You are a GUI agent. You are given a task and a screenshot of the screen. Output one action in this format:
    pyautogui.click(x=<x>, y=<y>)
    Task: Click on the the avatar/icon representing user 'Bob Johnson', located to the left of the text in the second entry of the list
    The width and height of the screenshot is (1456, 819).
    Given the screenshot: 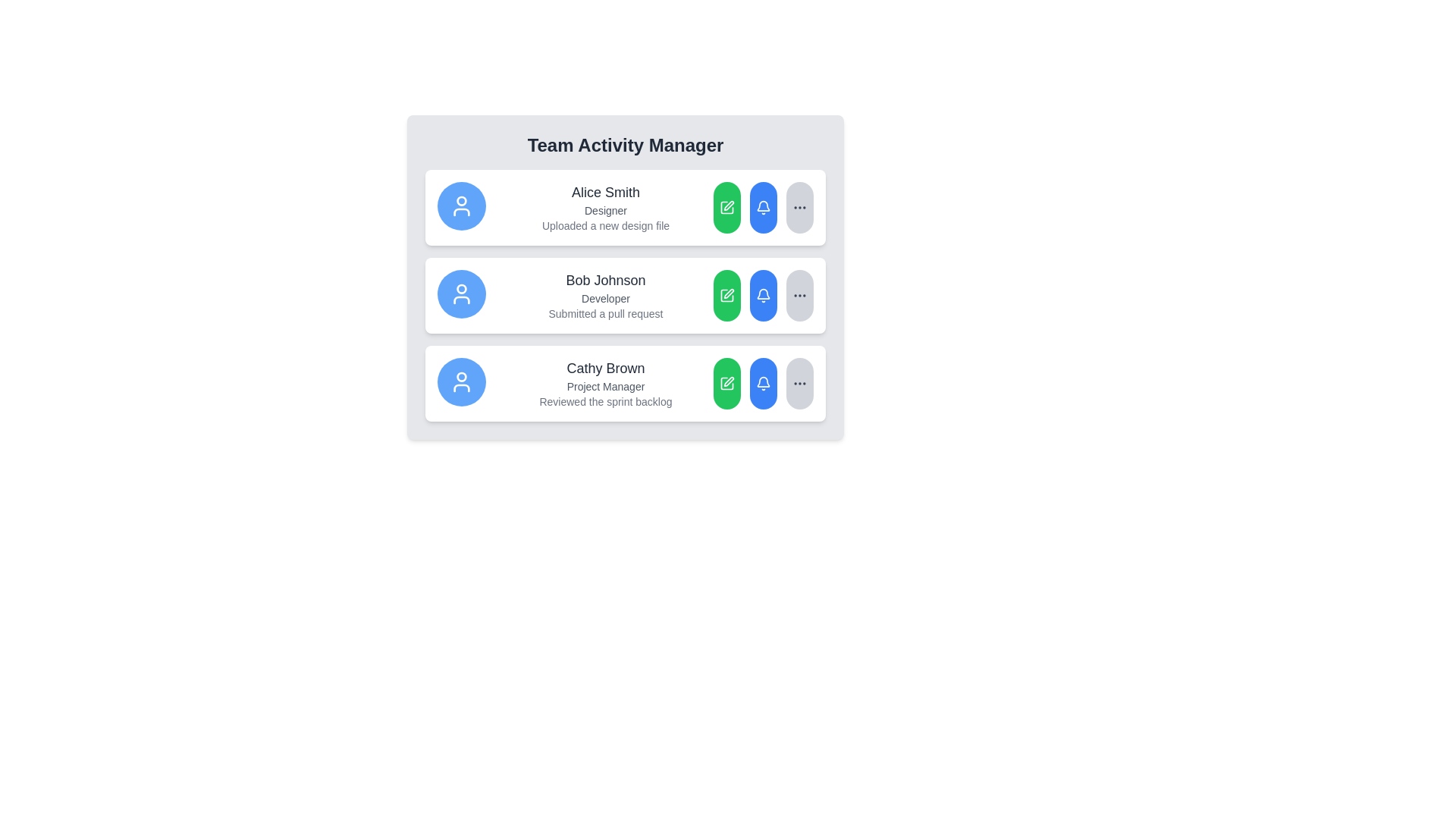 What is the action you would take?
    pyautogui.click(x=461, y=294)
    